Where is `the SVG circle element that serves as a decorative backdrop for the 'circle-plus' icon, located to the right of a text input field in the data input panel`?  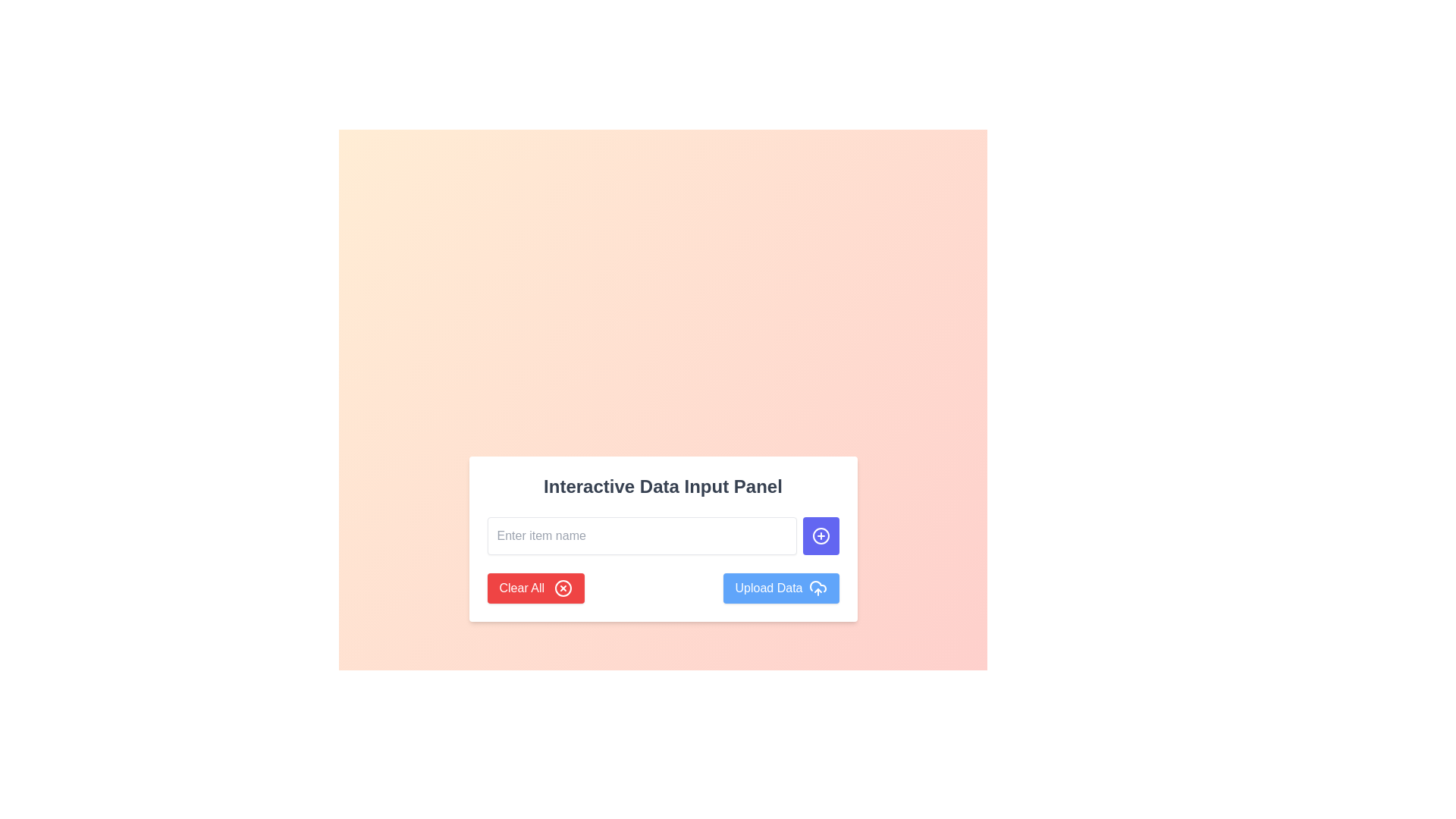 the SVG circle element that serves as a decorative backdrop for the 'circle-plus' icon, located to the right of a text input field in the data input panel is located at coordinates (820, 535).